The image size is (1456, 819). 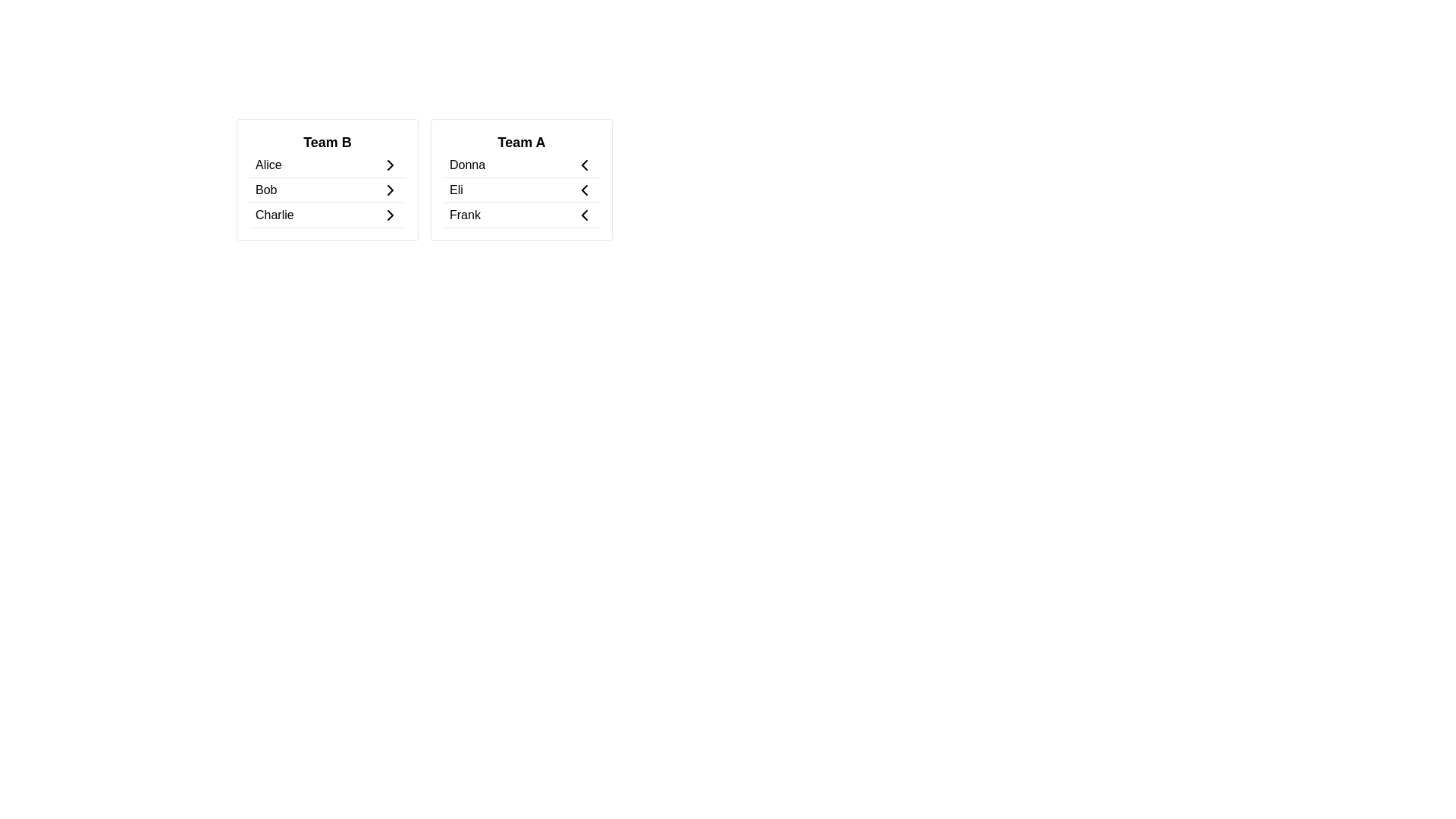 I want to click on the team member entry Eli, so click(x=521, y=190).